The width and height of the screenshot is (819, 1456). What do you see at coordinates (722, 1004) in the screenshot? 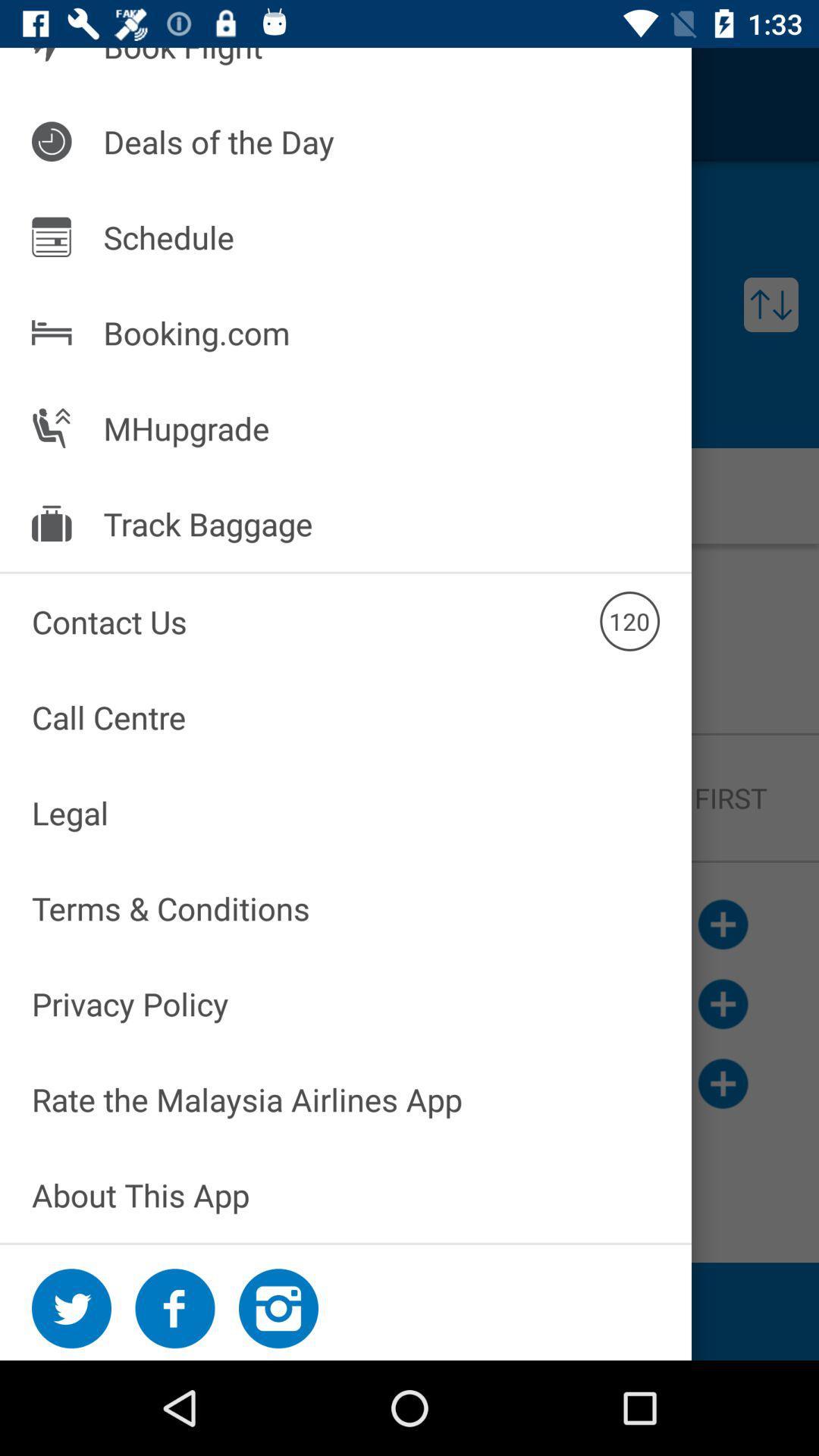
I see `the add icon` at bounding box center [722, 1004].